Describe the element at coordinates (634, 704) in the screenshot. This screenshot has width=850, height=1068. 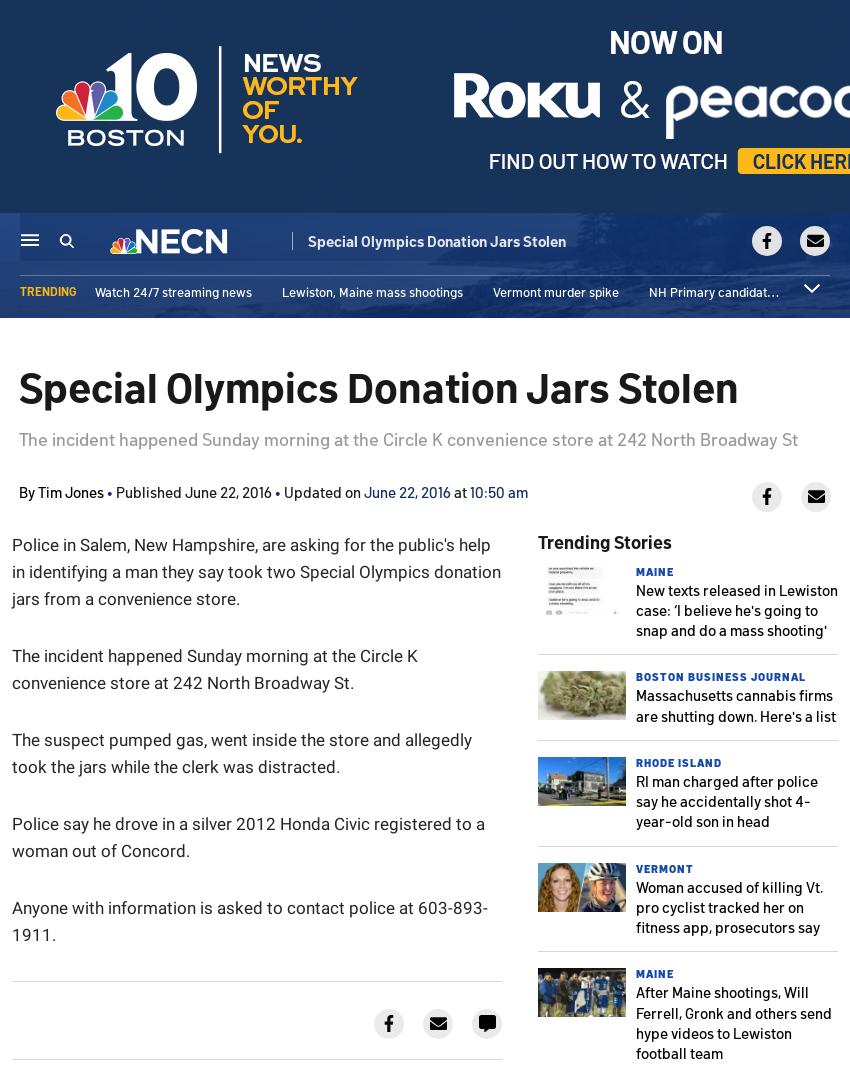
I see `'Massachusetts cannabis firms are shutting down. Here's a list'` at that location.